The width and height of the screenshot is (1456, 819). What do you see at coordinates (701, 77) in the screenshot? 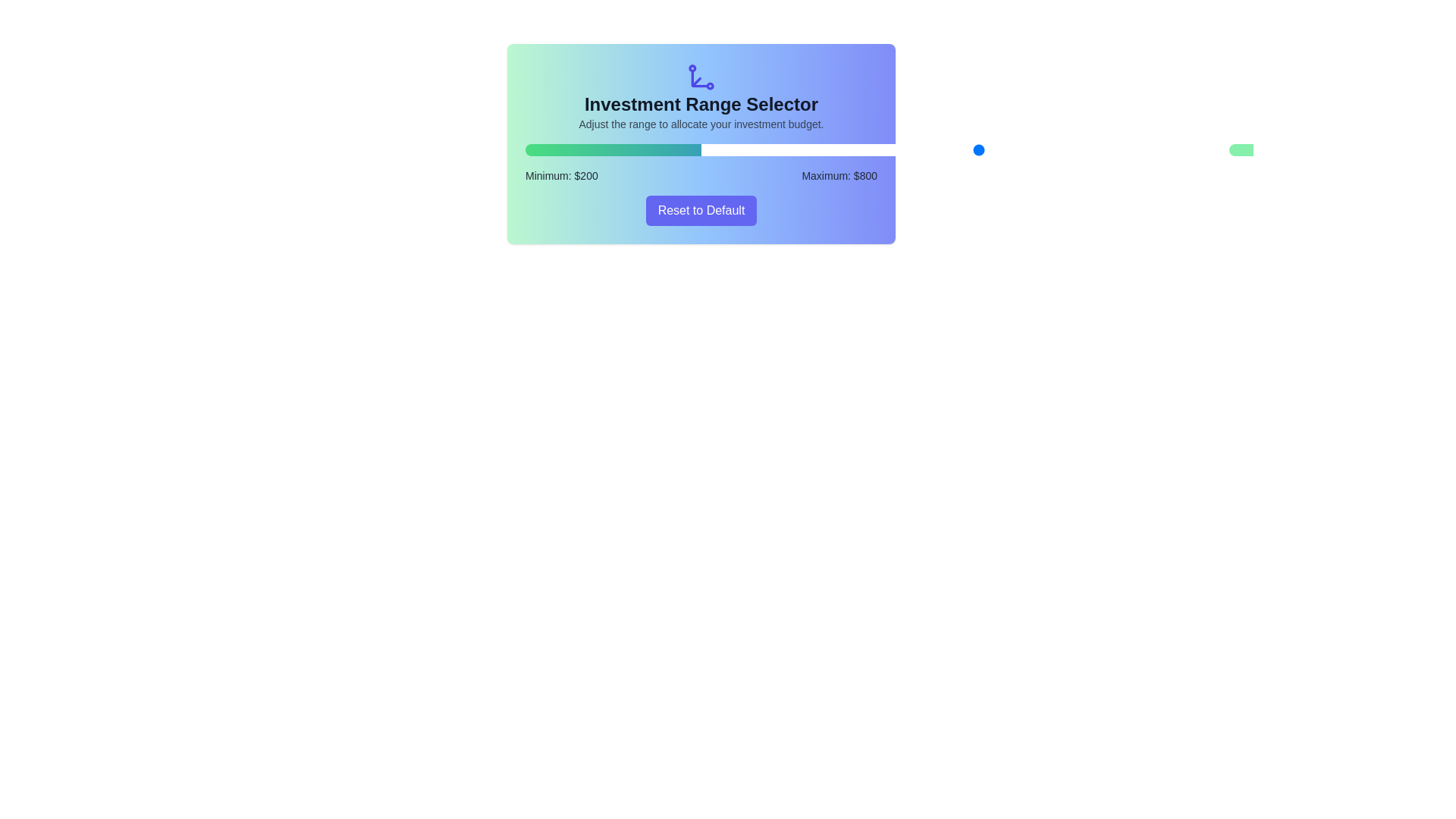
I see `the header icon to trigger its functionality` at bounding box center [701, 77].